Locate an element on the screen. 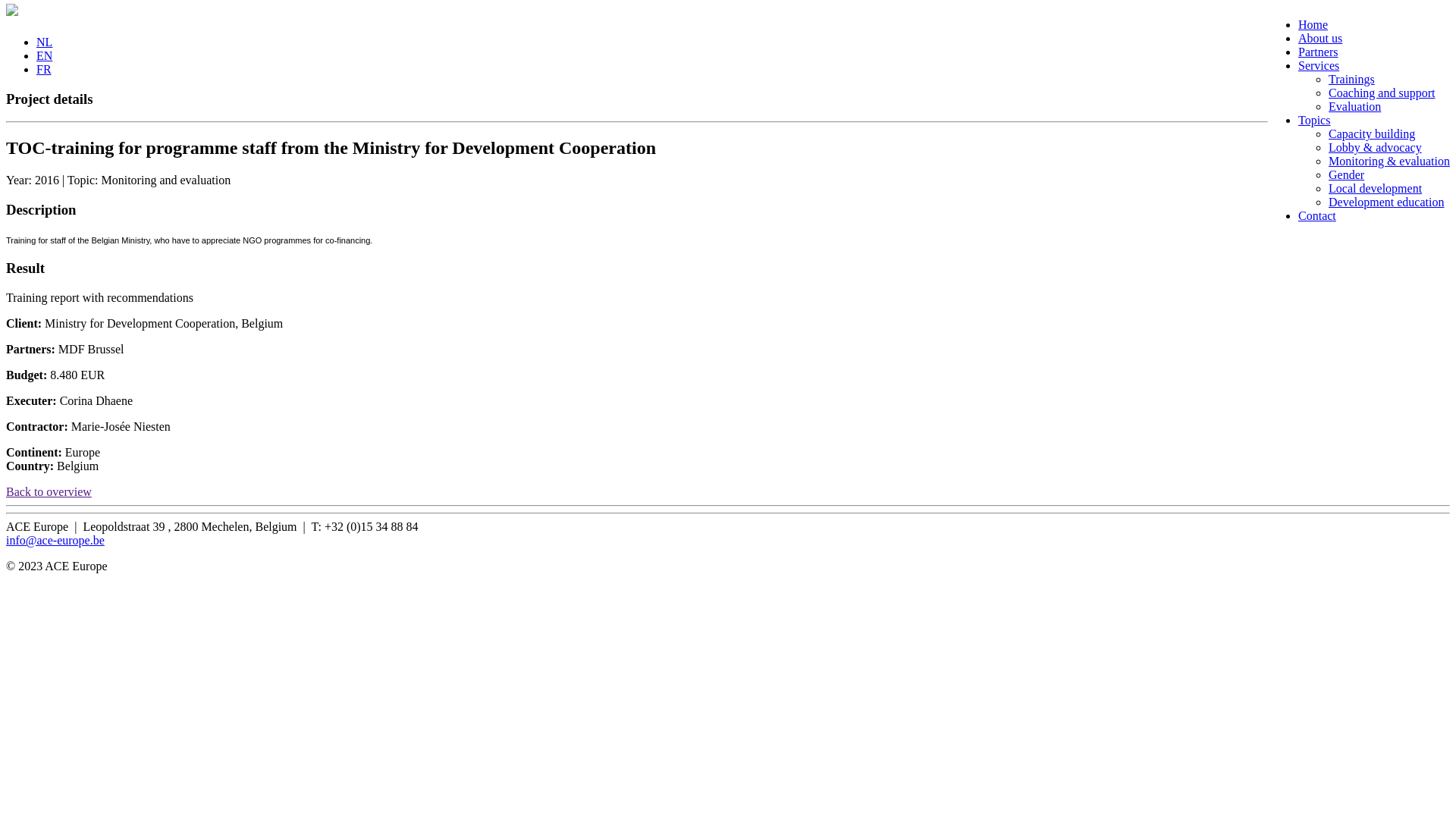 This screenshot has width=1456, height=819. 'Development education' is located at coordinates (1386, 201).